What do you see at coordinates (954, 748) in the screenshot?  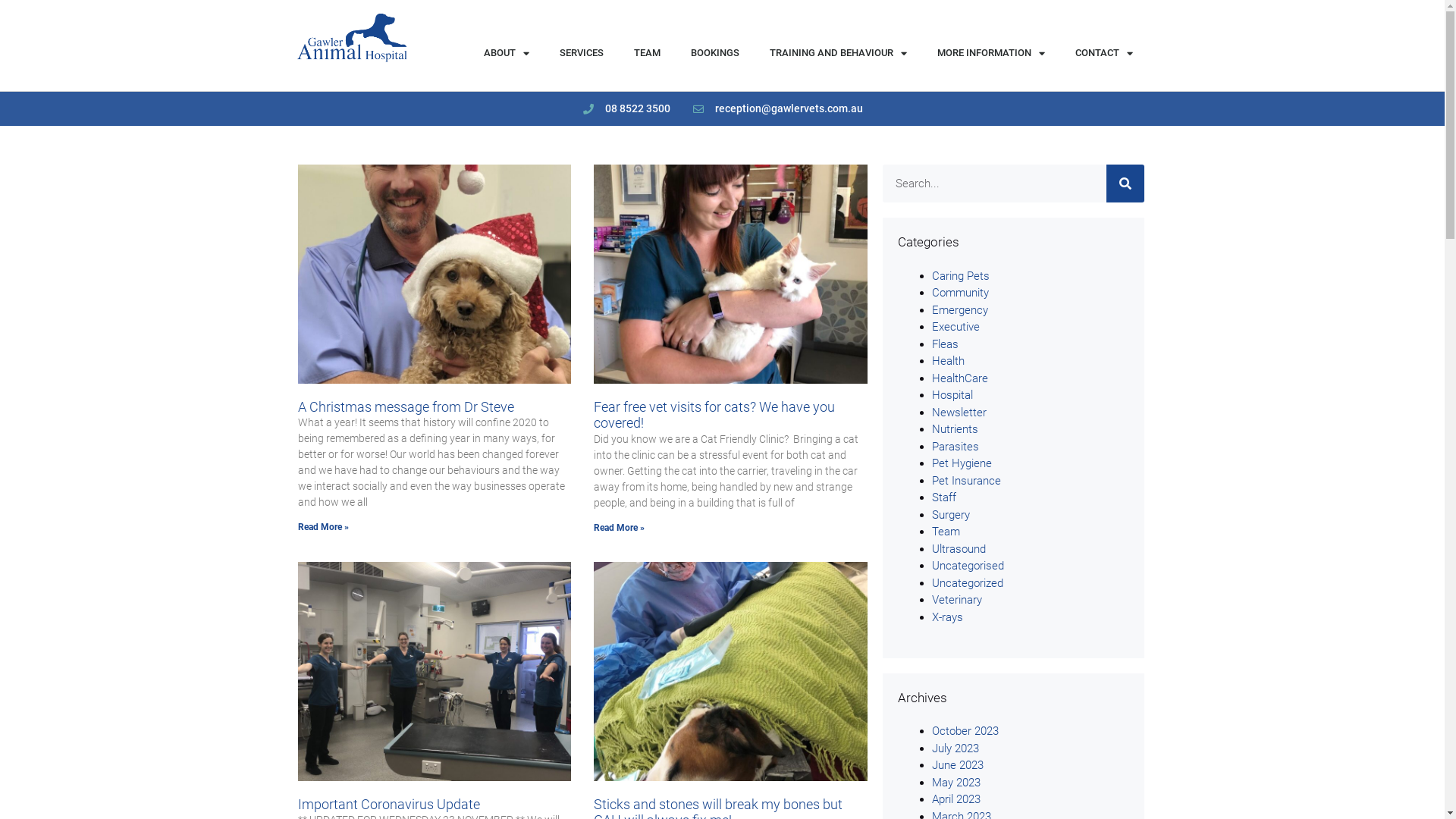 I see `'July 2023'` at bounding box center [954, 748].